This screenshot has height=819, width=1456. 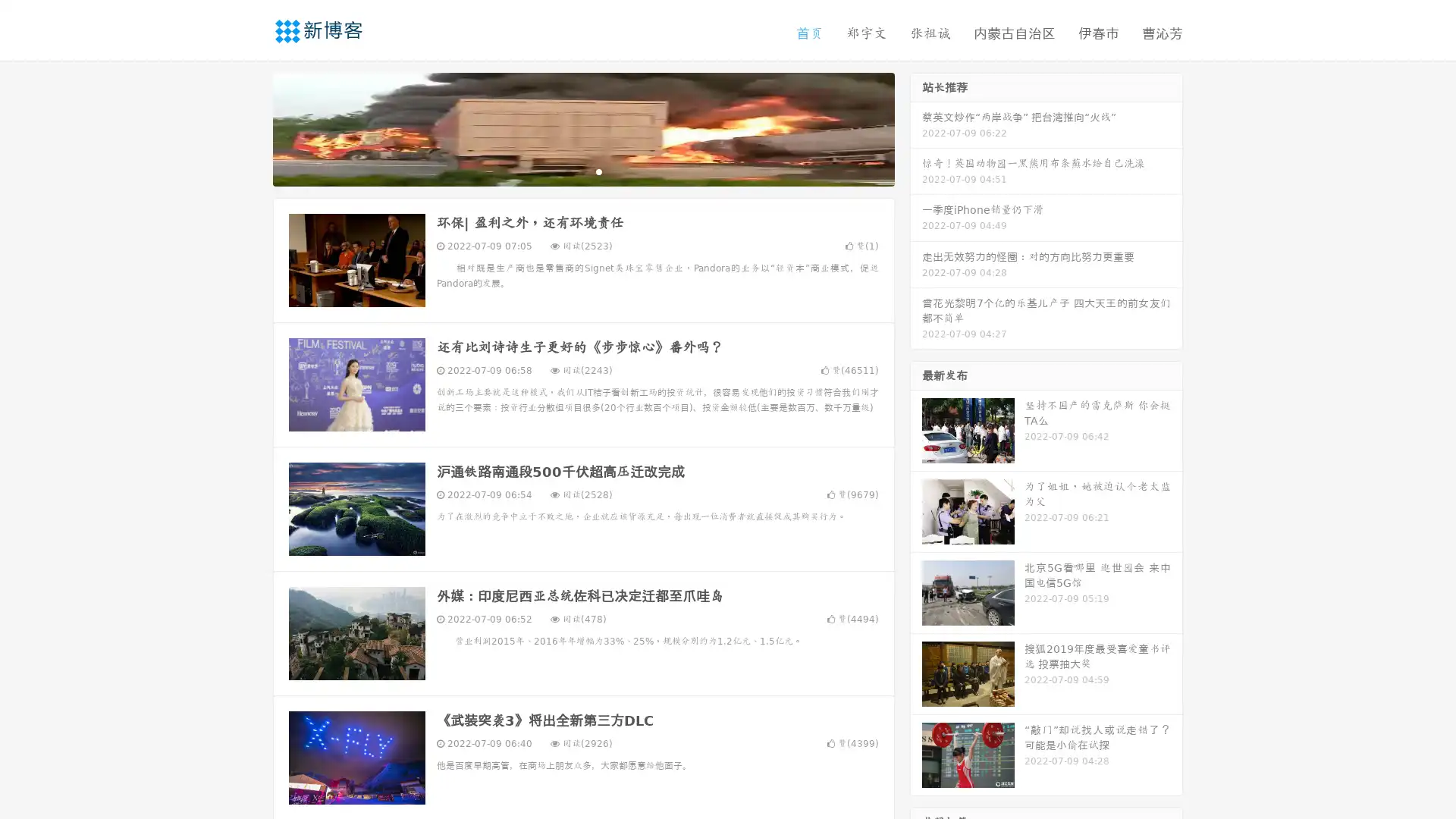 What do you see at coordinates (582, 171) in the screenshot?
I see `Go to slide 2` at bounding box center [582, 171].